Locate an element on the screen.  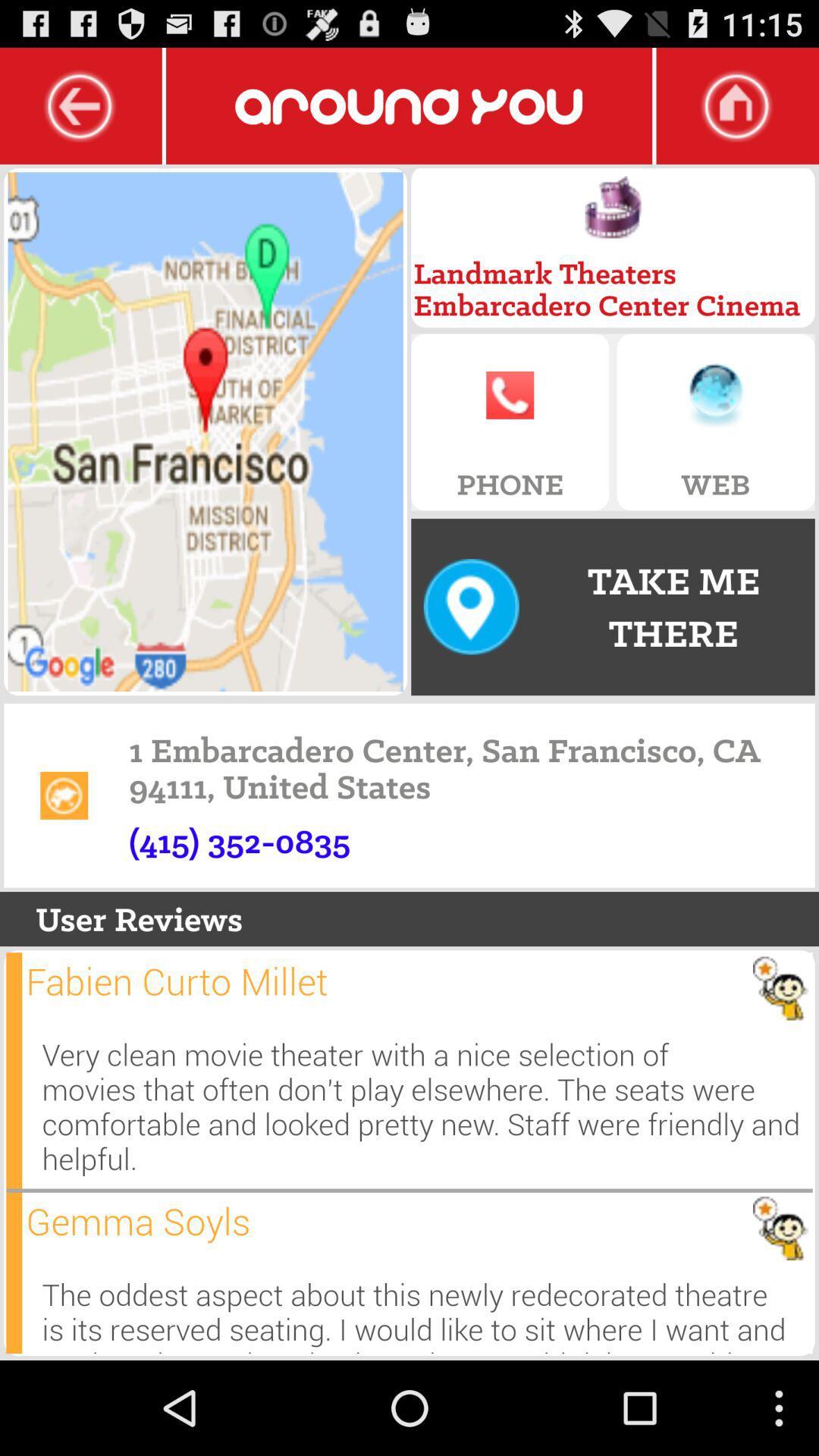
the numbers above user reviews is located at coordinates (239, 839).